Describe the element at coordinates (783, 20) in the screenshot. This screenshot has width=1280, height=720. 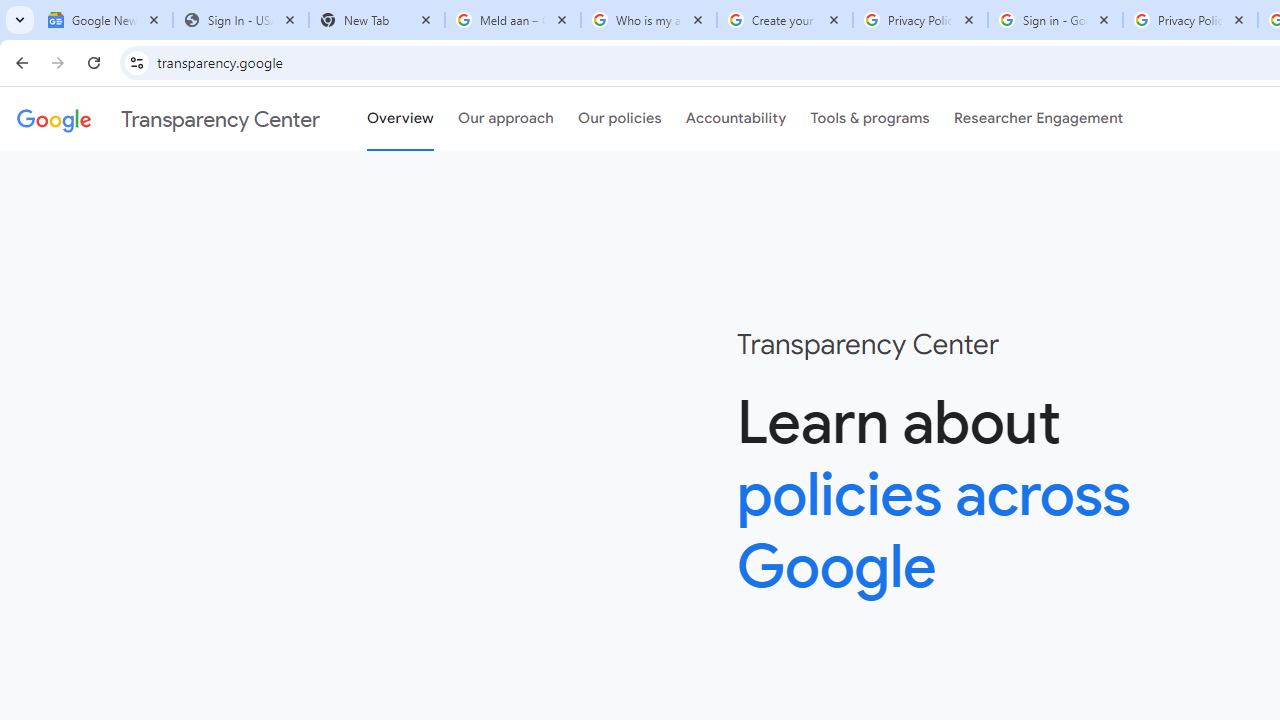
I see `'Create your Google Account'` at that location.